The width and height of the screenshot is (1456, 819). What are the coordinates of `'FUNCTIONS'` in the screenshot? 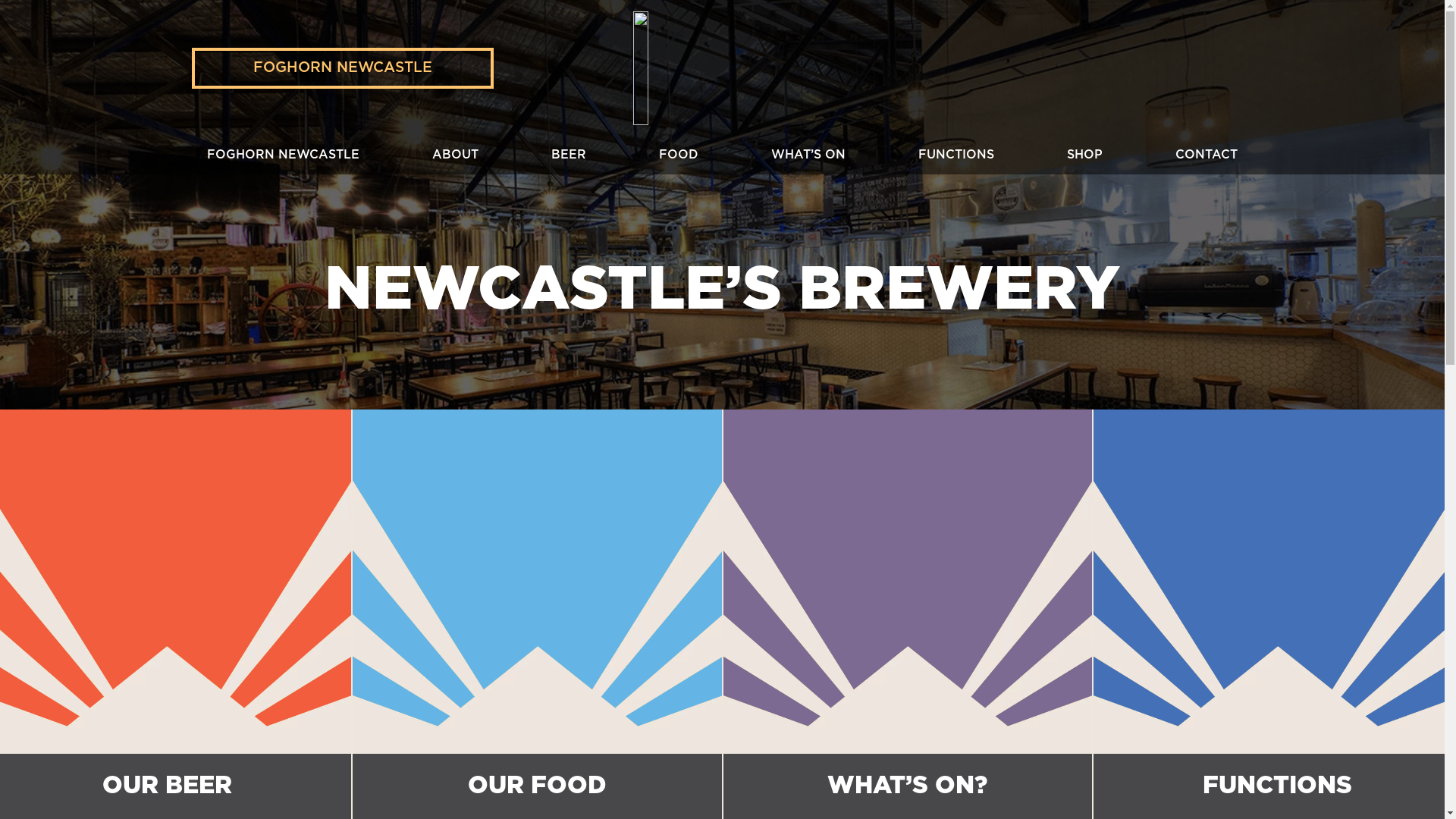 It's located at (955, 155).